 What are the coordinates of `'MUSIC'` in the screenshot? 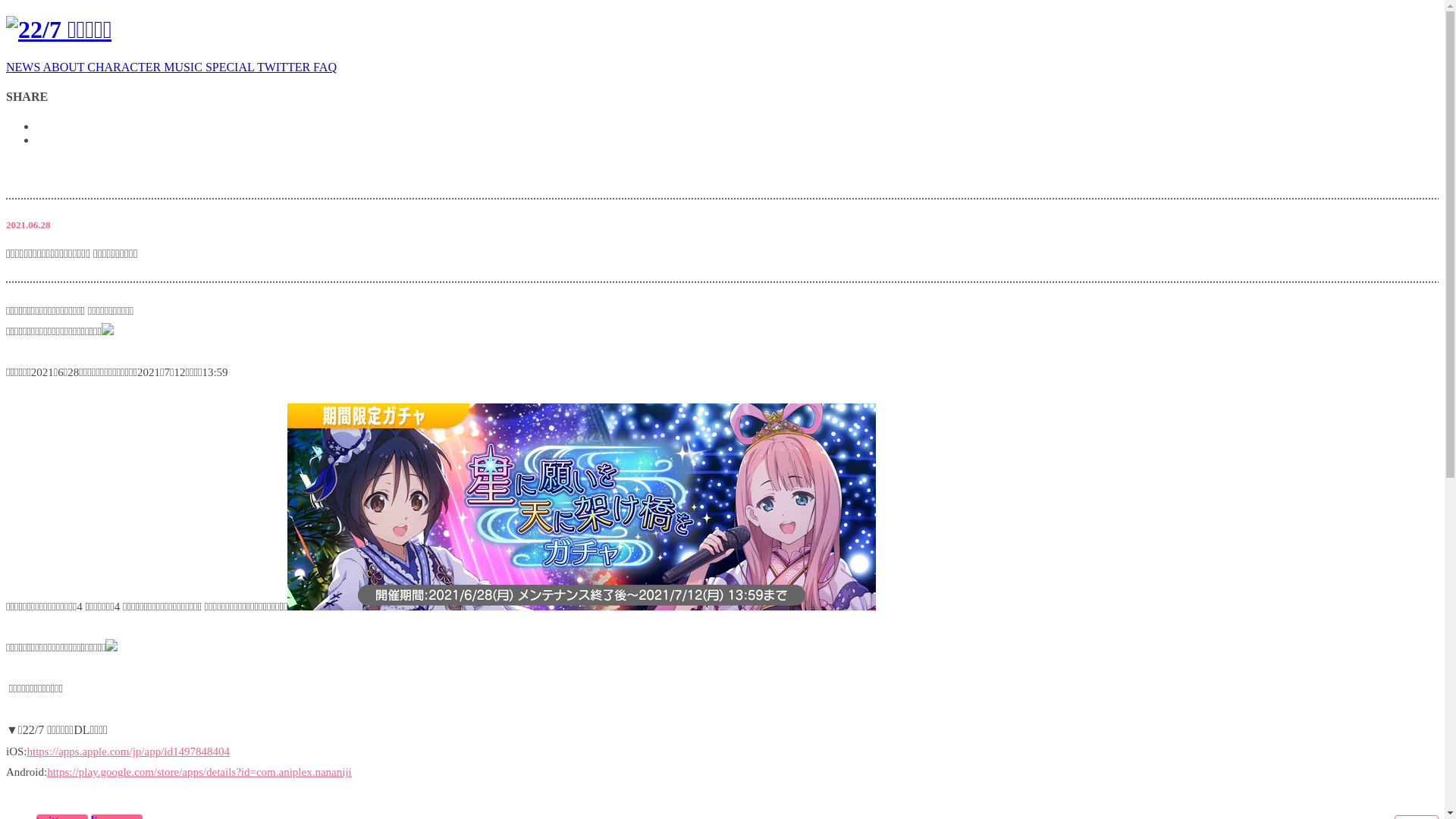 It's located at (164, 66).